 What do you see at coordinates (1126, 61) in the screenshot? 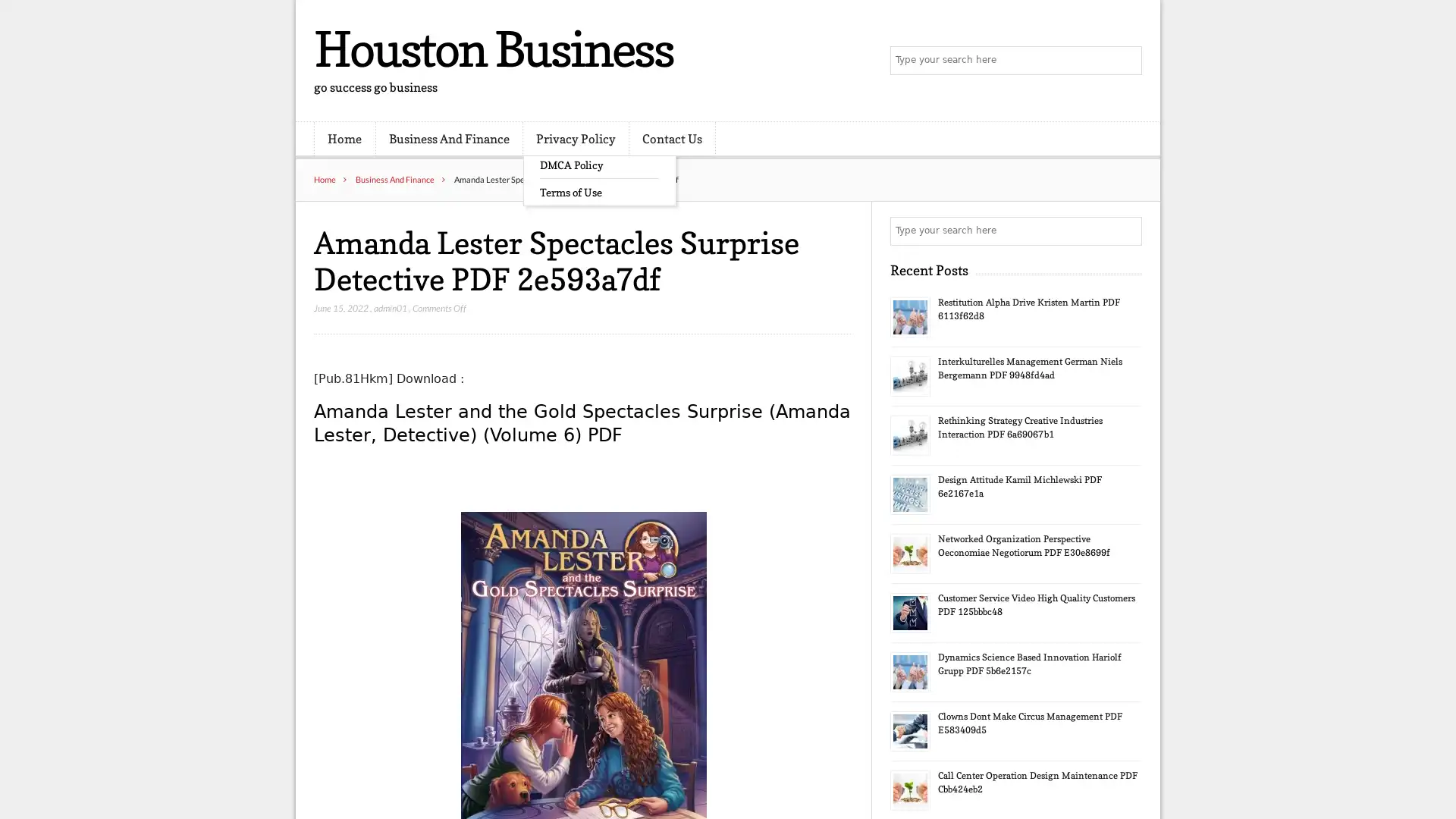
I see `Search` at bounding box center [1126, 61].